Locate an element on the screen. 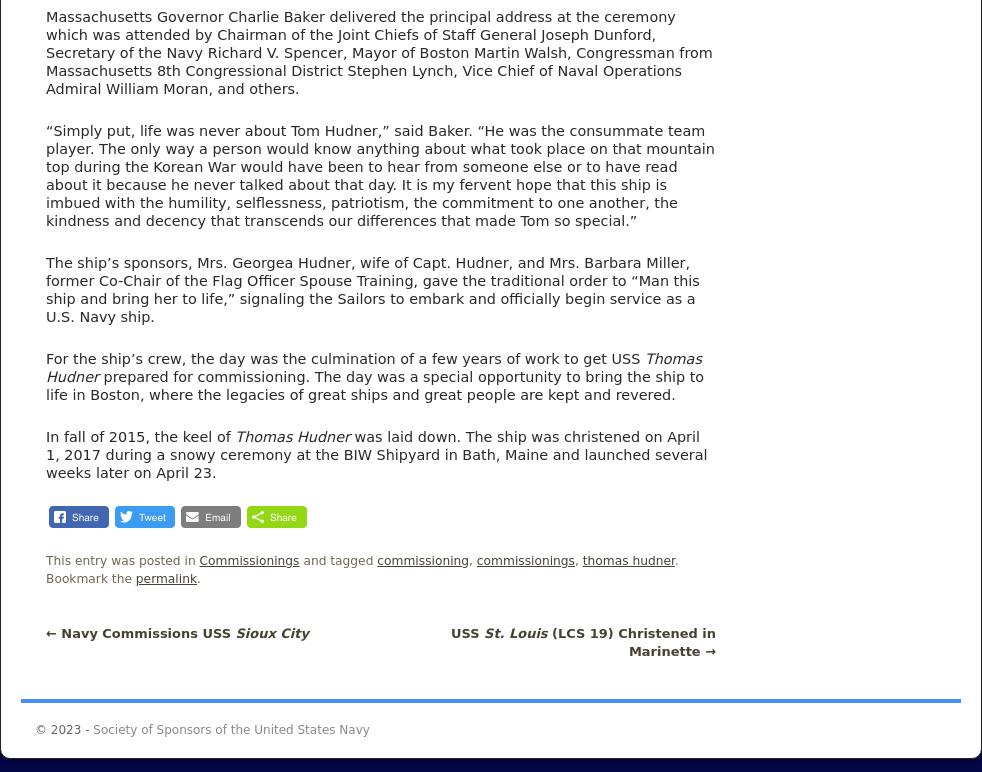 This screenshot has width=982, height=772. 'was laid down. The ship was christened on April 1, 2017 during a snowy ceremony at the BIW Shipyard in Bath, Maine and launched several weeks later on April 23.' is located at coordinates (44, 454).